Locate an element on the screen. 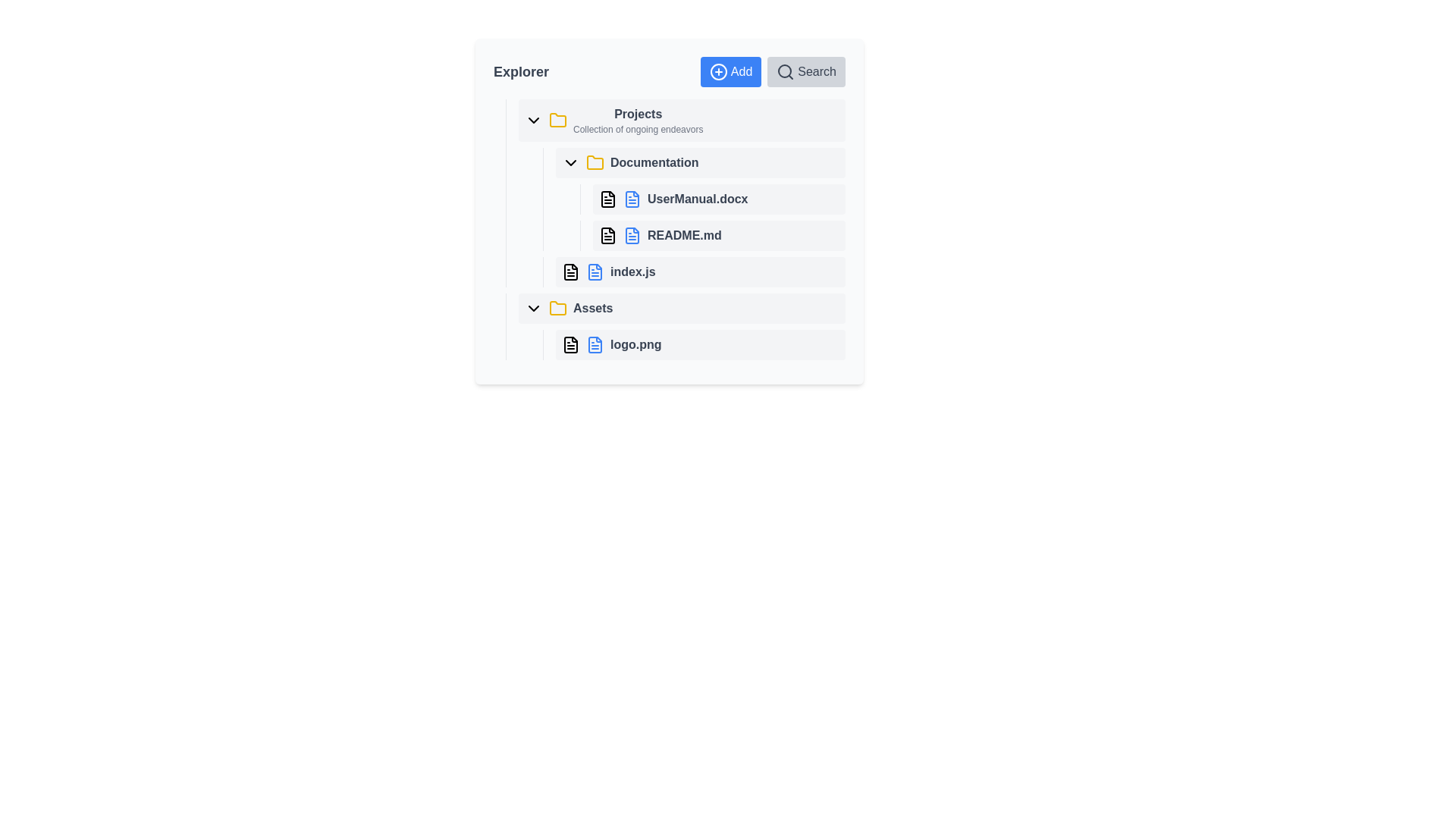 Image resolution: width=1456 pixels, height=819 pixels. the 'Search' text label located in the top-right corner of the interface for accessibility navigation is located at coordinates (816, 72).